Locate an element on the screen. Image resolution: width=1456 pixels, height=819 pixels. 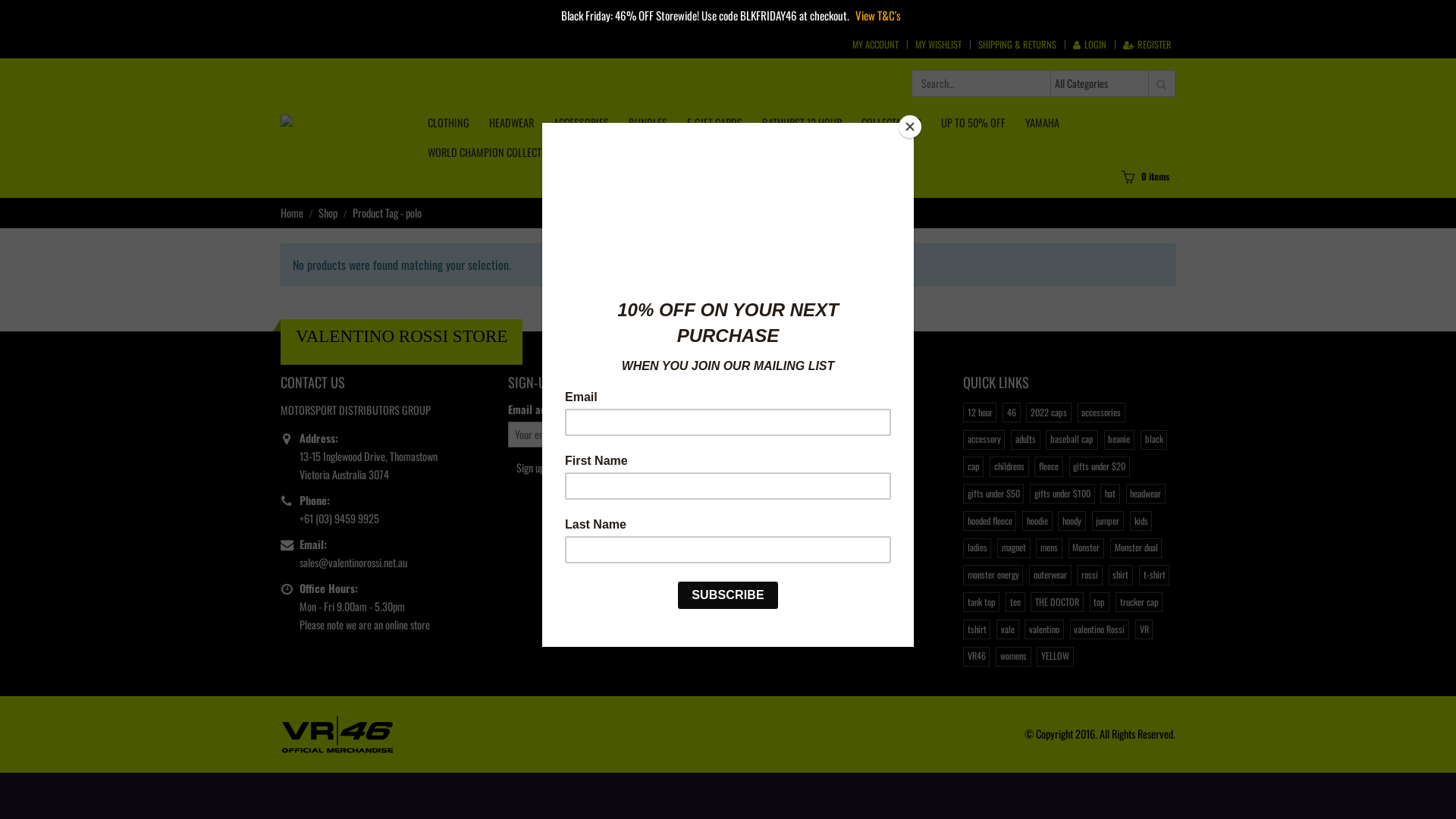
'hoodie' is located at coordinates (1036, 519).